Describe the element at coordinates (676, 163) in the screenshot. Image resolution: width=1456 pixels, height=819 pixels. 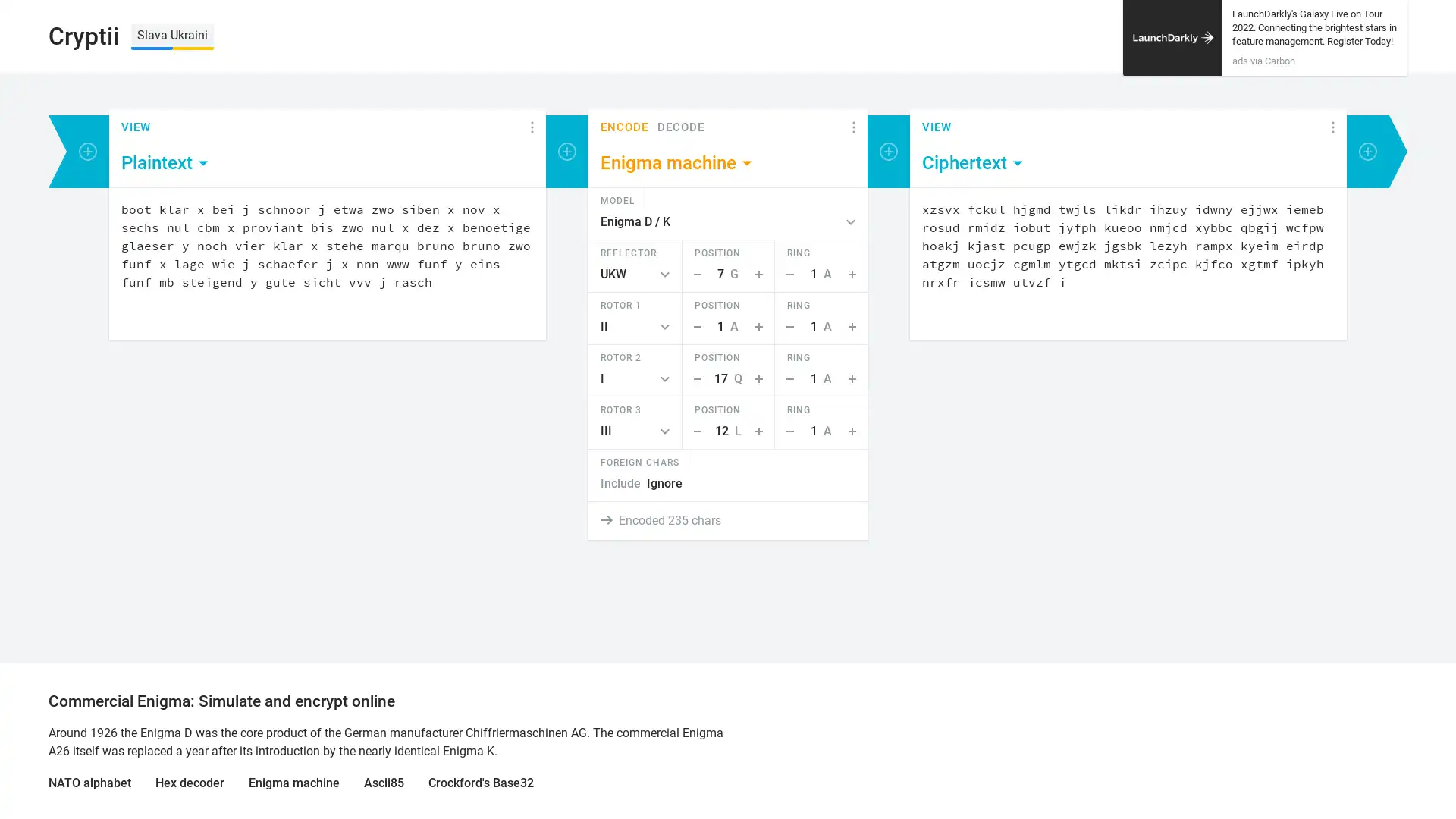
I see `Enigma machine` at that location.